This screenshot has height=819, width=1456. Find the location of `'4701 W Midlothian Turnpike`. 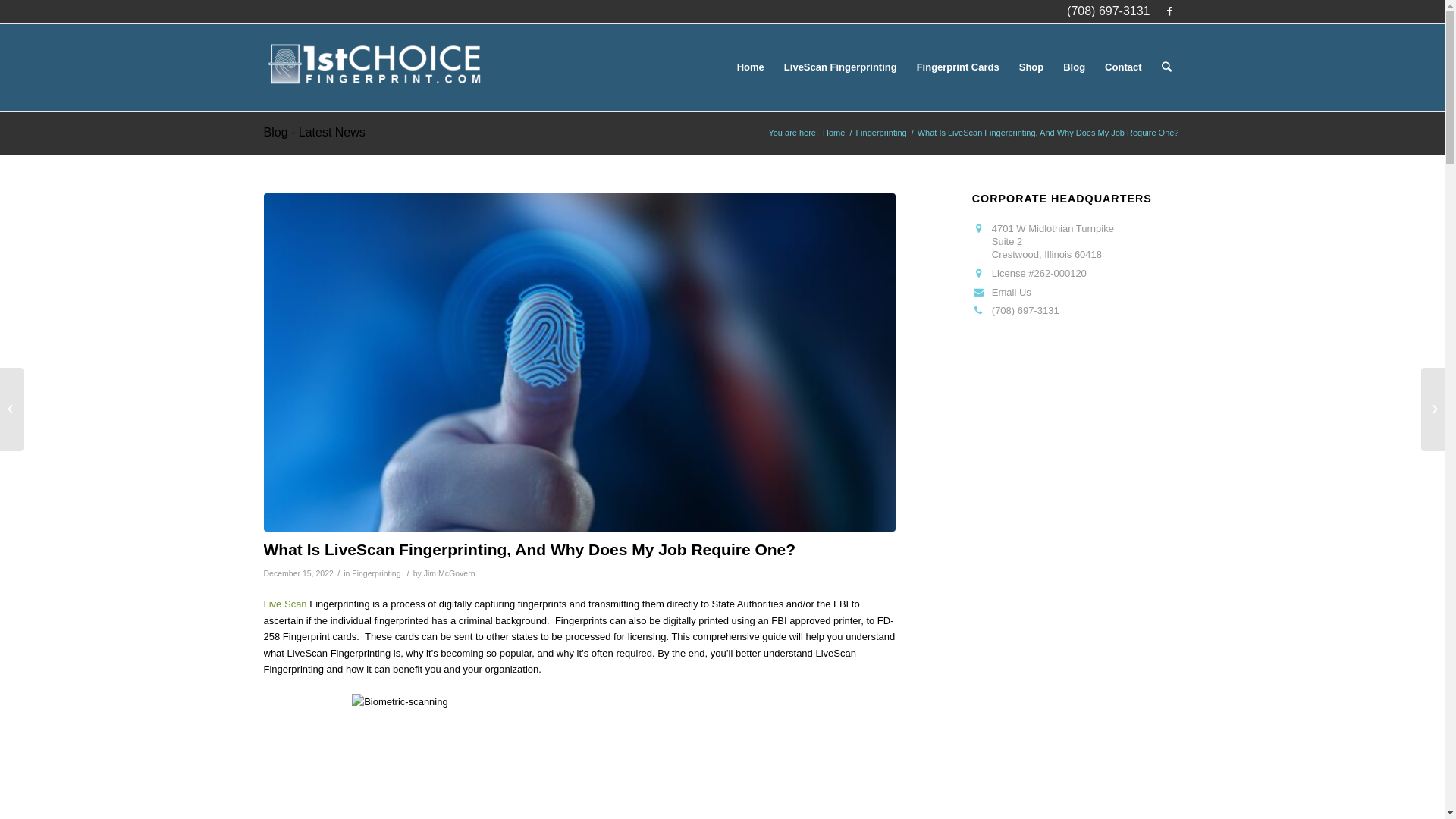

'4701 W Midlothian Turnpike is located at coordinates (1052, 240).